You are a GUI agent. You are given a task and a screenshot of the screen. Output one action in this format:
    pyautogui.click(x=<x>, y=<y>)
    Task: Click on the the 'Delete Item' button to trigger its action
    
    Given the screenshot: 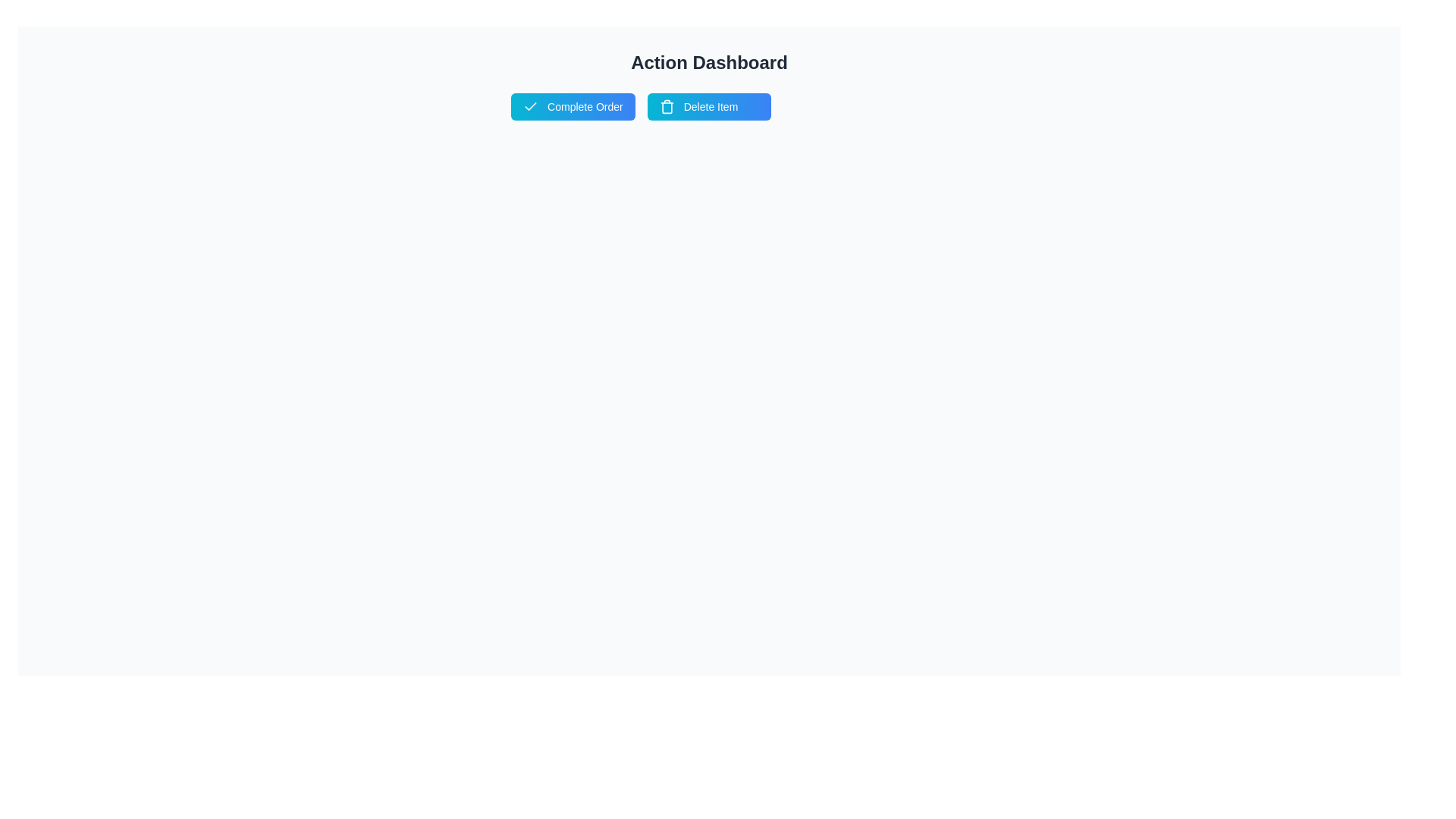 What is the action you would take?
    pyautogui.click(x=708, y=106)
    